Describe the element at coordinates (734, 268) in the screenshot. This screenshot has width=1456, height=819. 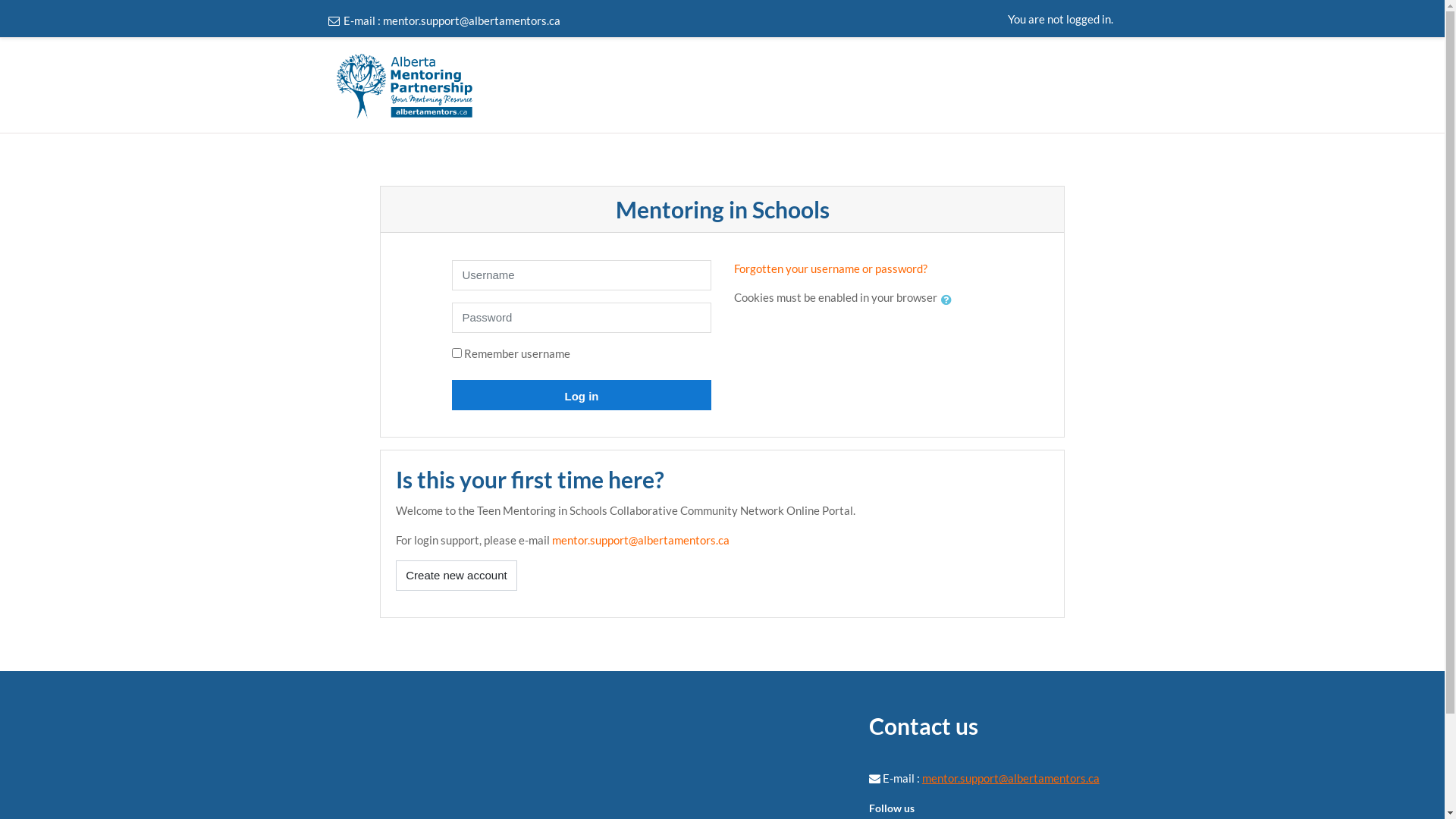
I see `'Forgotten your username or password?'` at that location.